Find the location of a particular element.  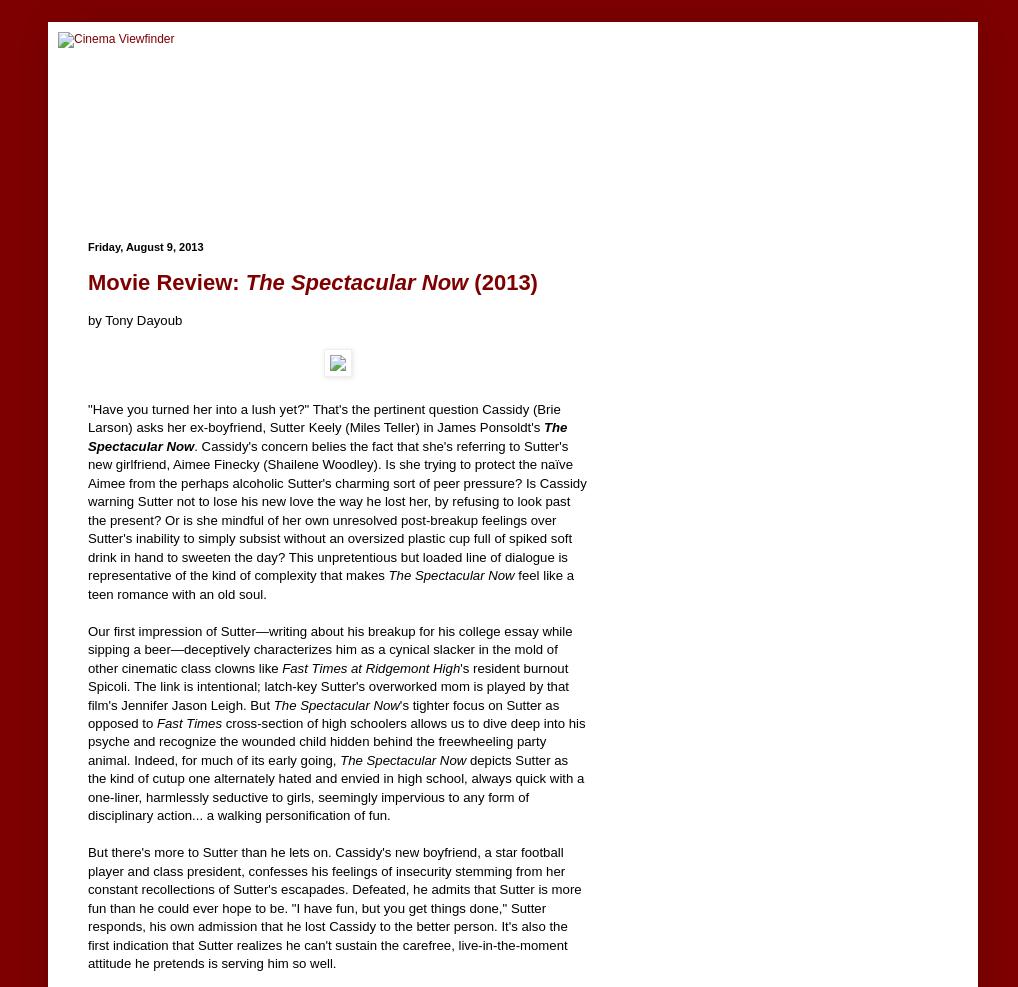

'But there's more to Sutter than he lets on. Cassidy's new boyfriend, a star football player and class president, confesses his feelings of insecurity stemming from her constant recollections of Sutter's escapades. Defeated, he admits that Sutter is more fun than he could ever hope to be. "I have fun, but you get things done," Sutter responds, his own admission that he lost Cassidy to the better person. It's also the first indication that Sutter realizes he can't sustain the carefree, live-in-the-moment attitude he pretends is serving him so well.' is located at coordinates (333, 907).